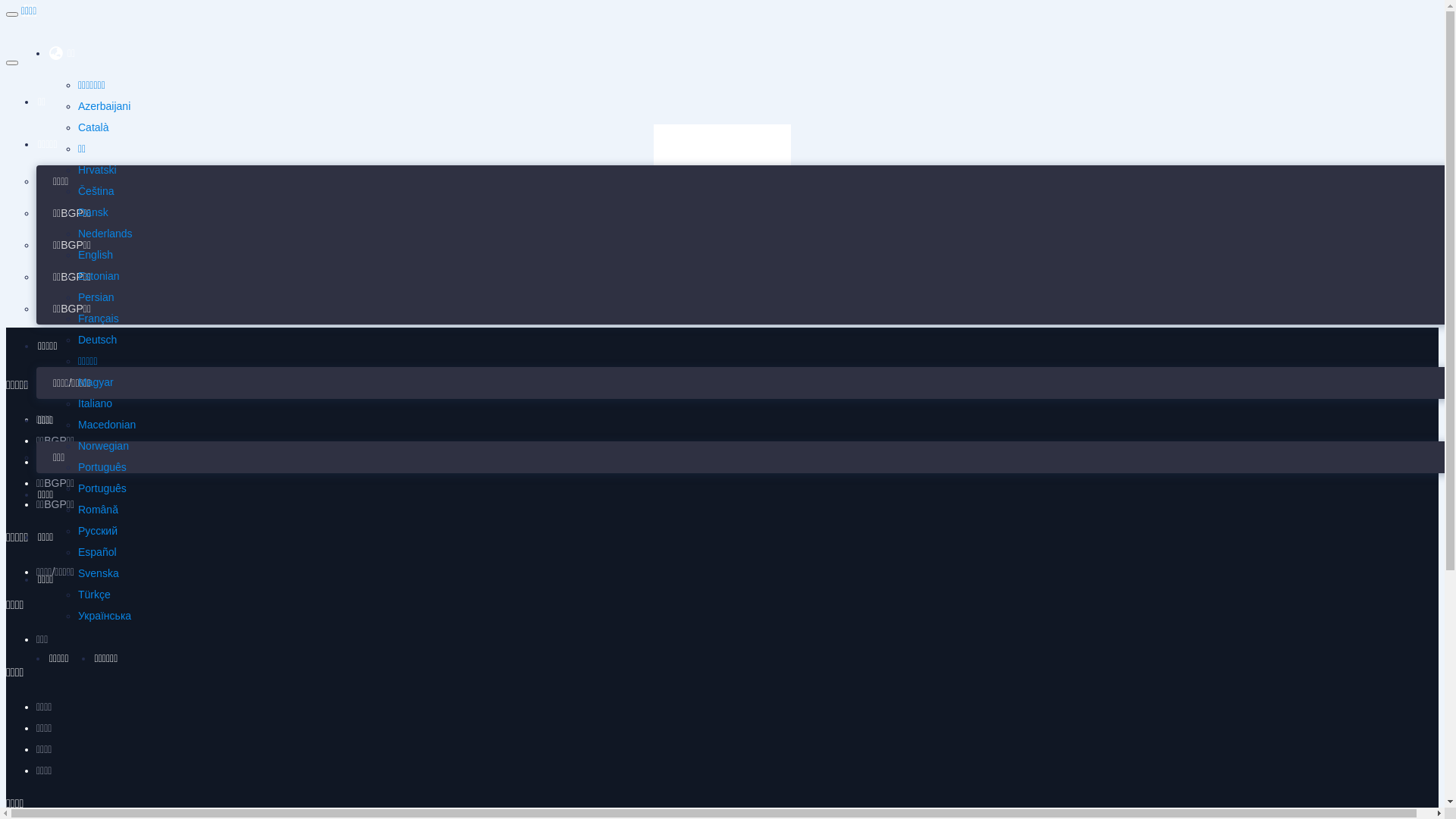 The width and height of the screenshot is (1456, 819). What do you see at coordinates (77, 573) in the screenshot?
I see `'Svenska'` at bounding box center [77, 573].